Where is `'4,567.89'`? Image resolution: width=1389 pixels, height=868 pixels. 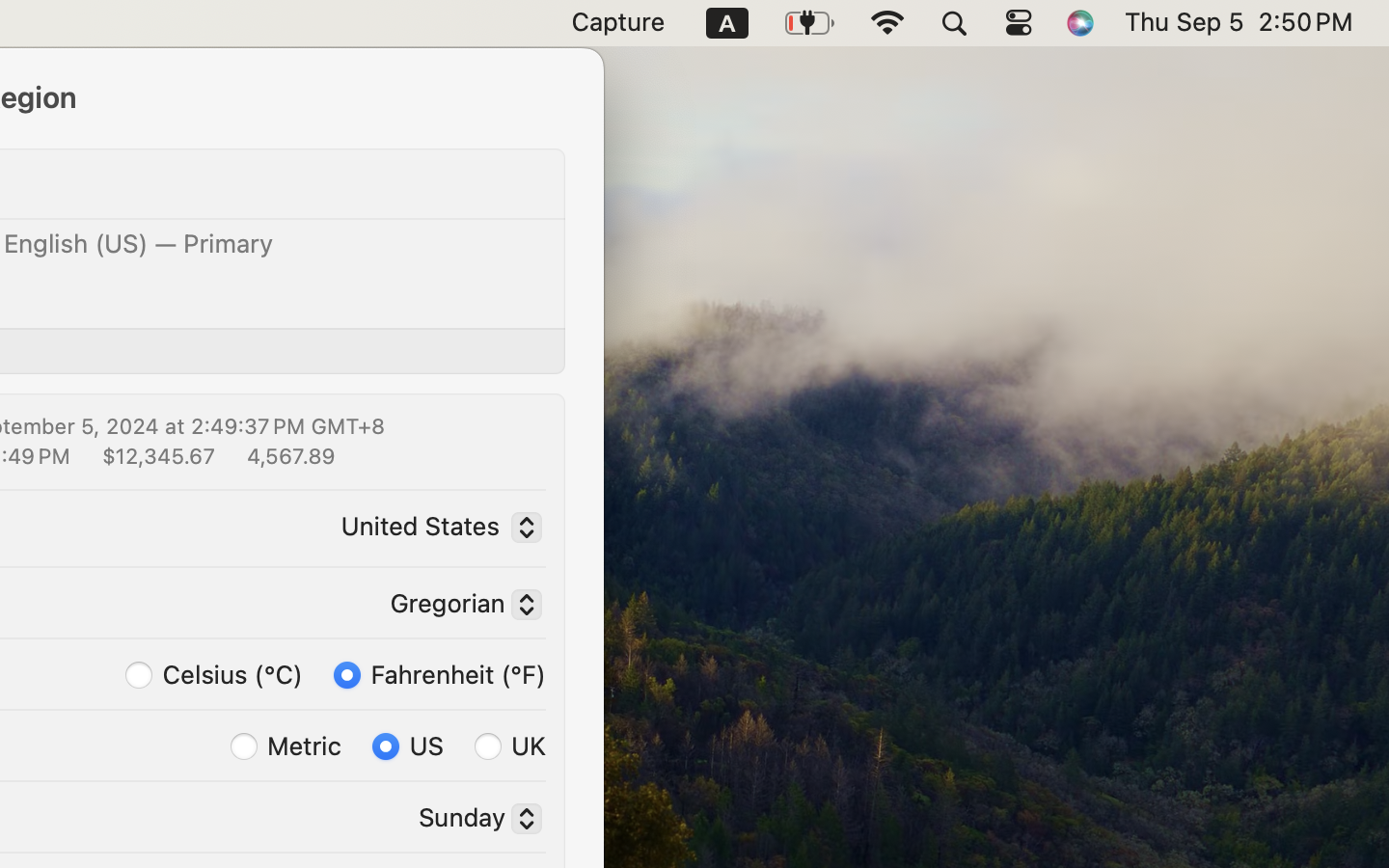
'4,567.89' is located at coordinates (287, 453).